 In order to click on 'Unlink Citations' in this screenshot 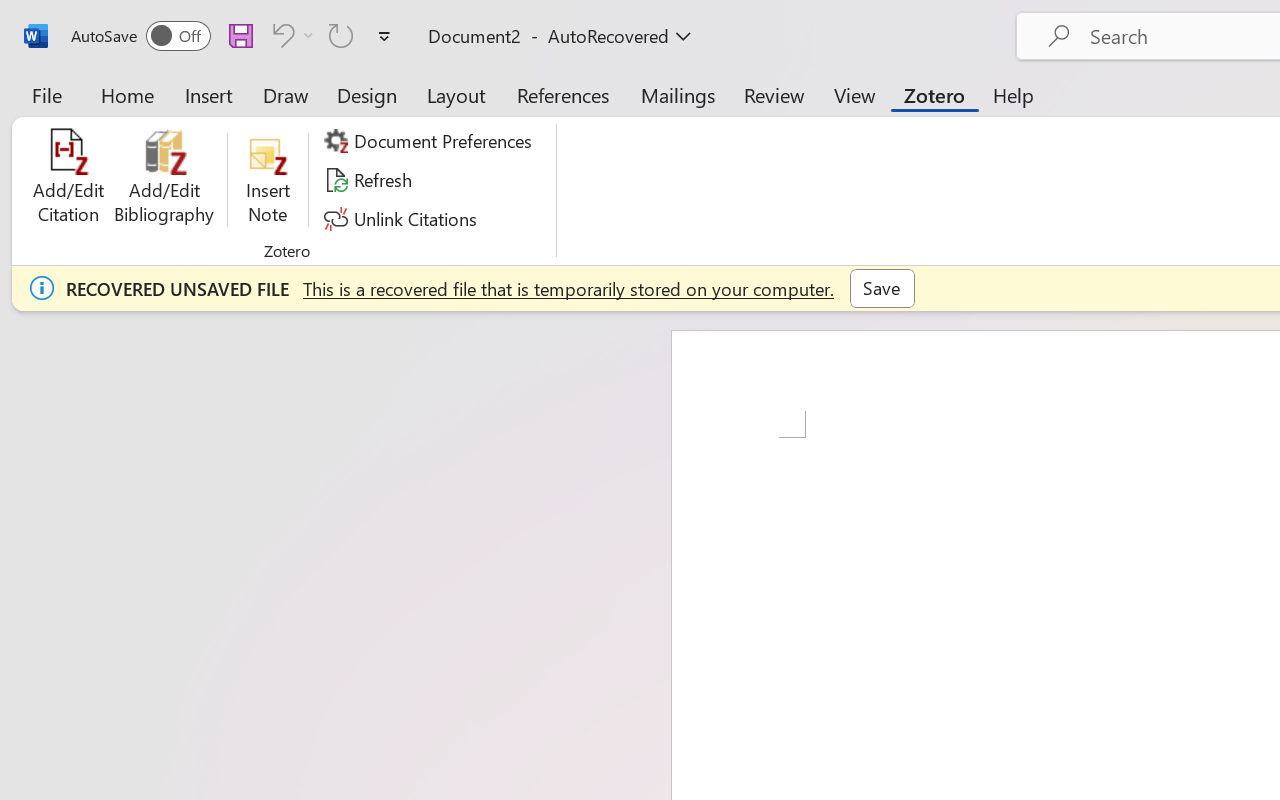, I will do `click(402, 218)`.